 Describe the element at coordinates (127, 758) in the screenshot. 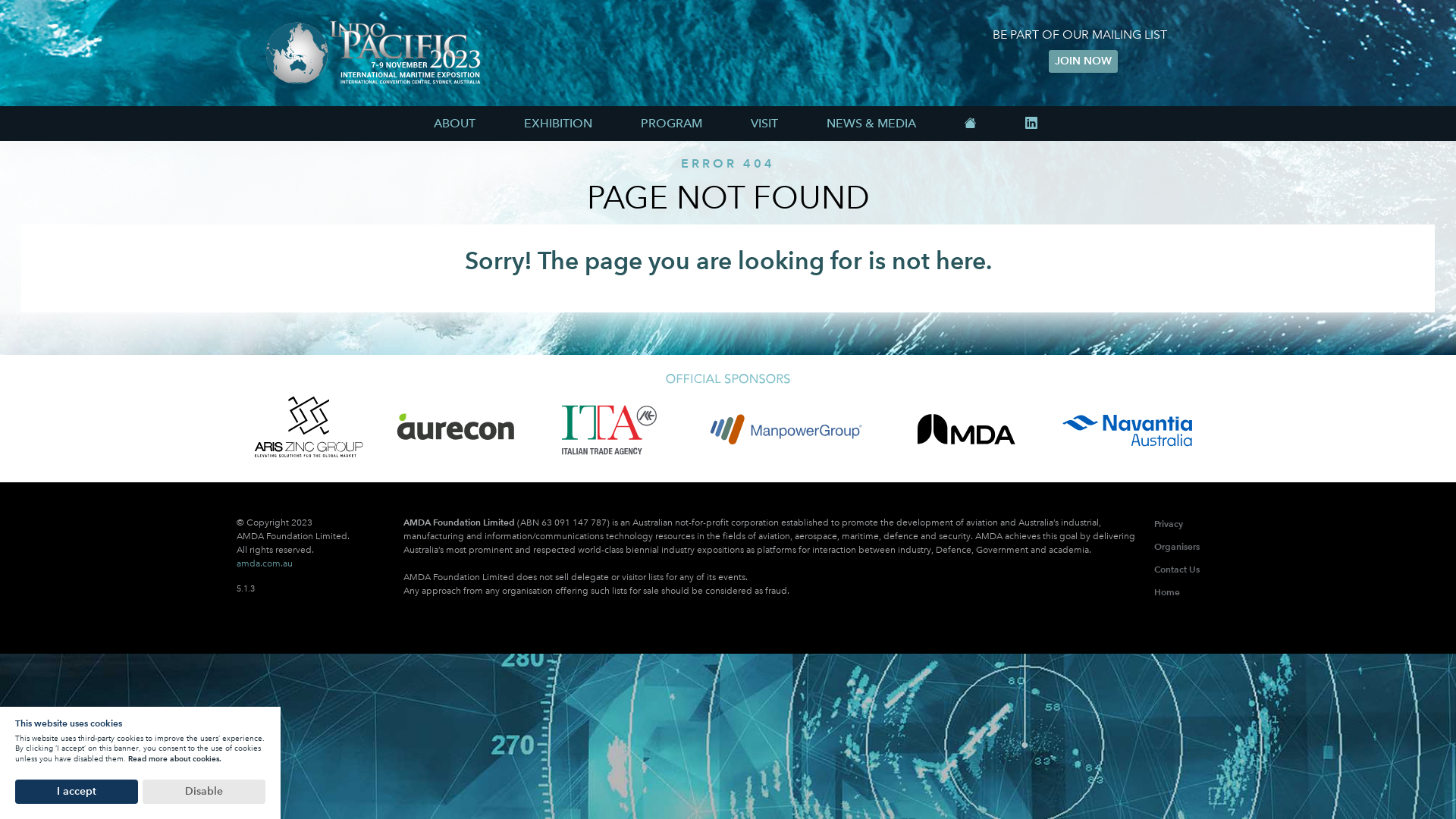

I see `'Read more about cookies.'` at that location.